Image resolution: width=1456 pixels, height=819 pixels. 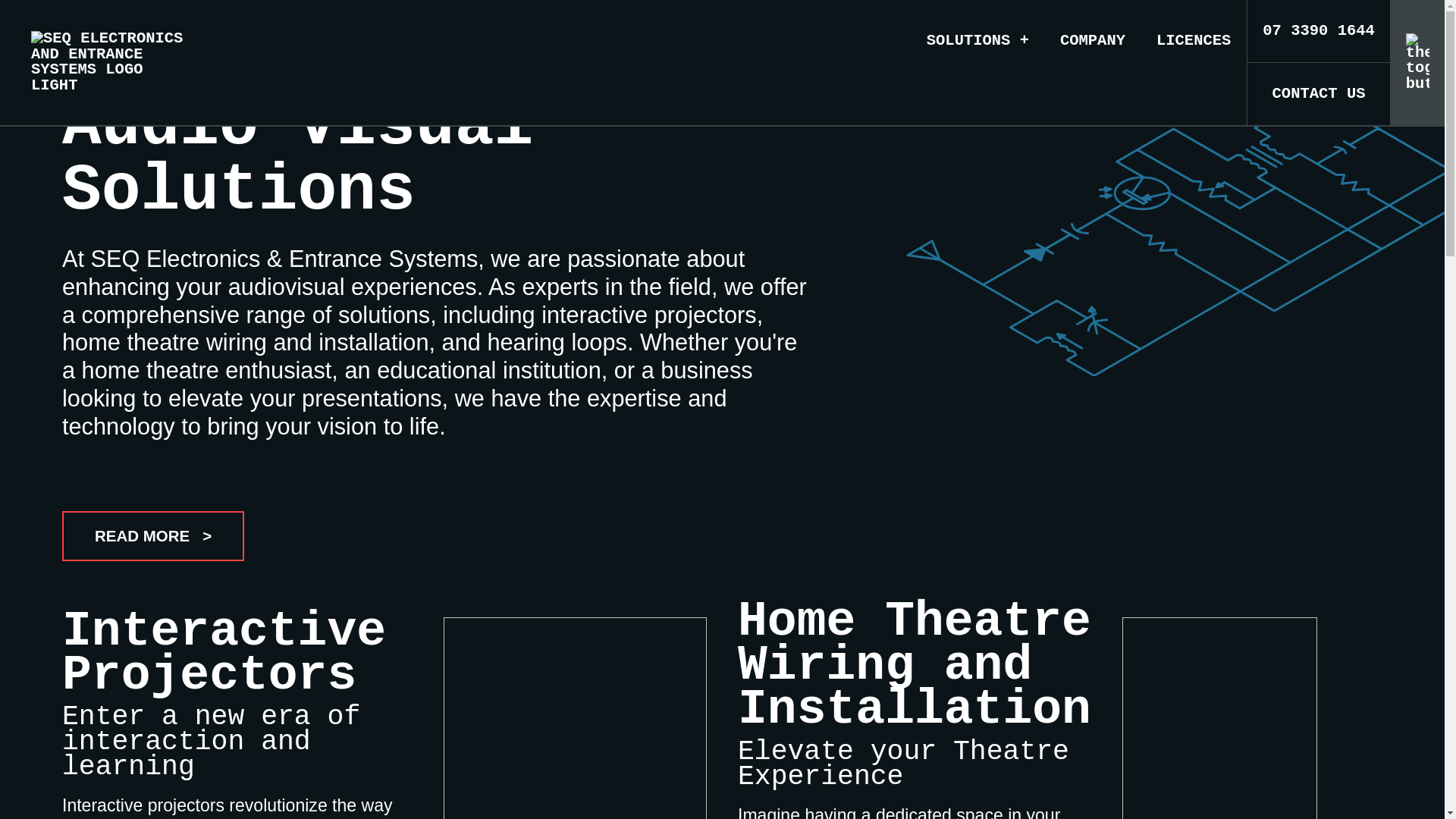 What do you see at coordinates (977, 61) in the screenshot?
I see `'SOLUTIONS +'` at bounding box center [977, 61].